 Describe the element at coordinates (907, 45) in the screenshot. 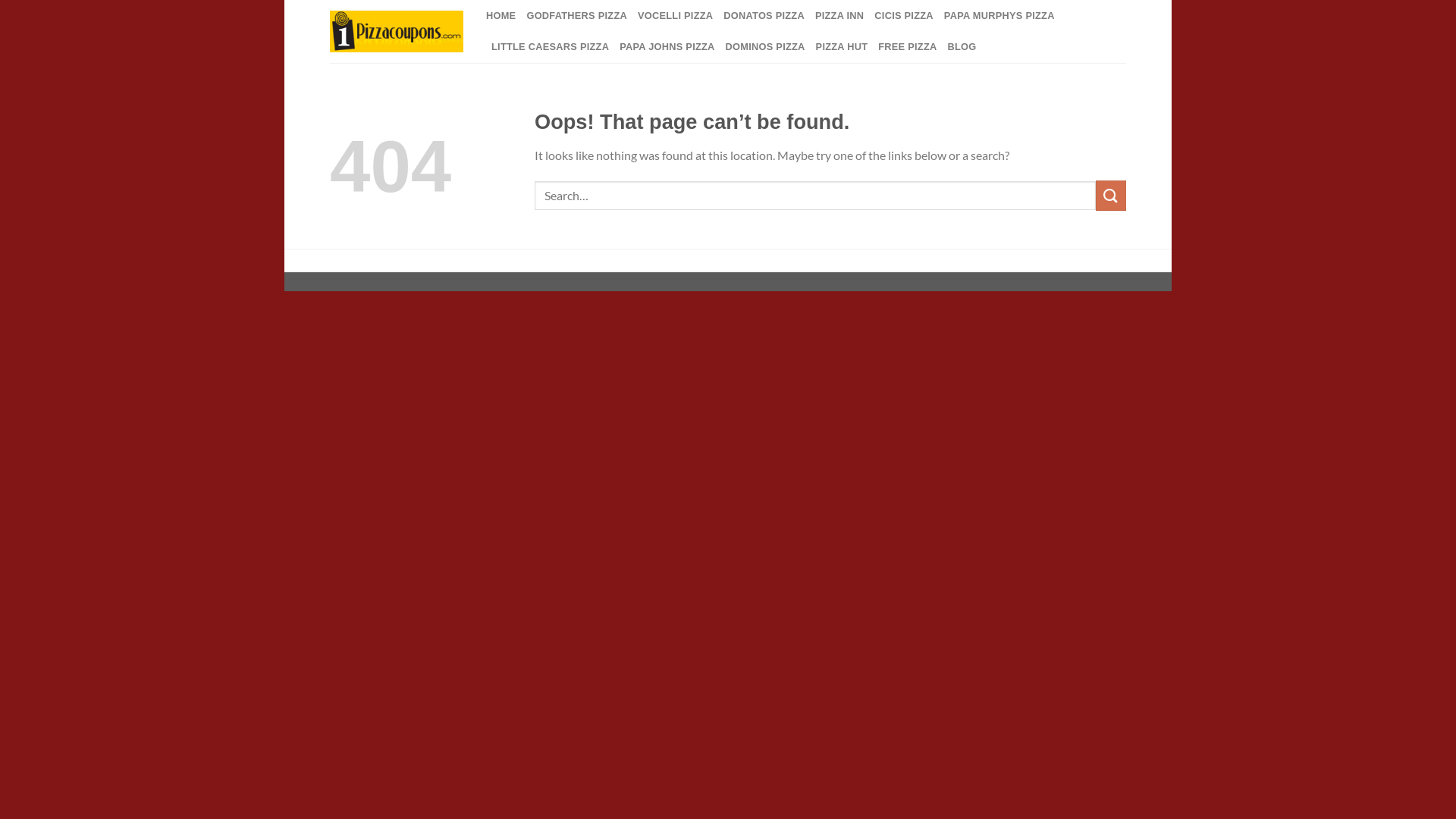

I see `'FREE PIZZA'` at that location.